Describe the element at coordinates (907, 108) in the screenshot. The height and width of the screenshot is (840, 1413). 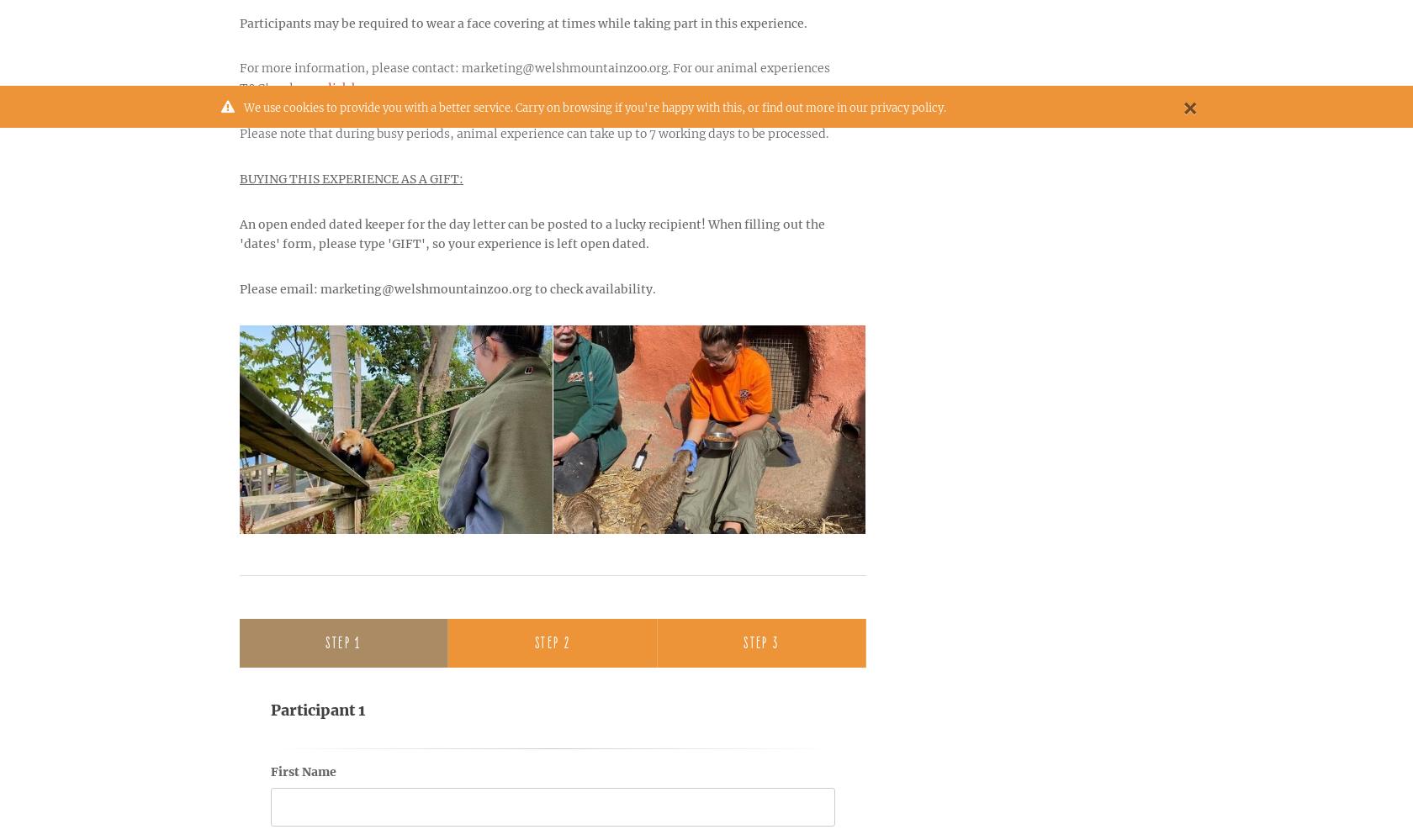
I see `'privacy policy'` at that location.